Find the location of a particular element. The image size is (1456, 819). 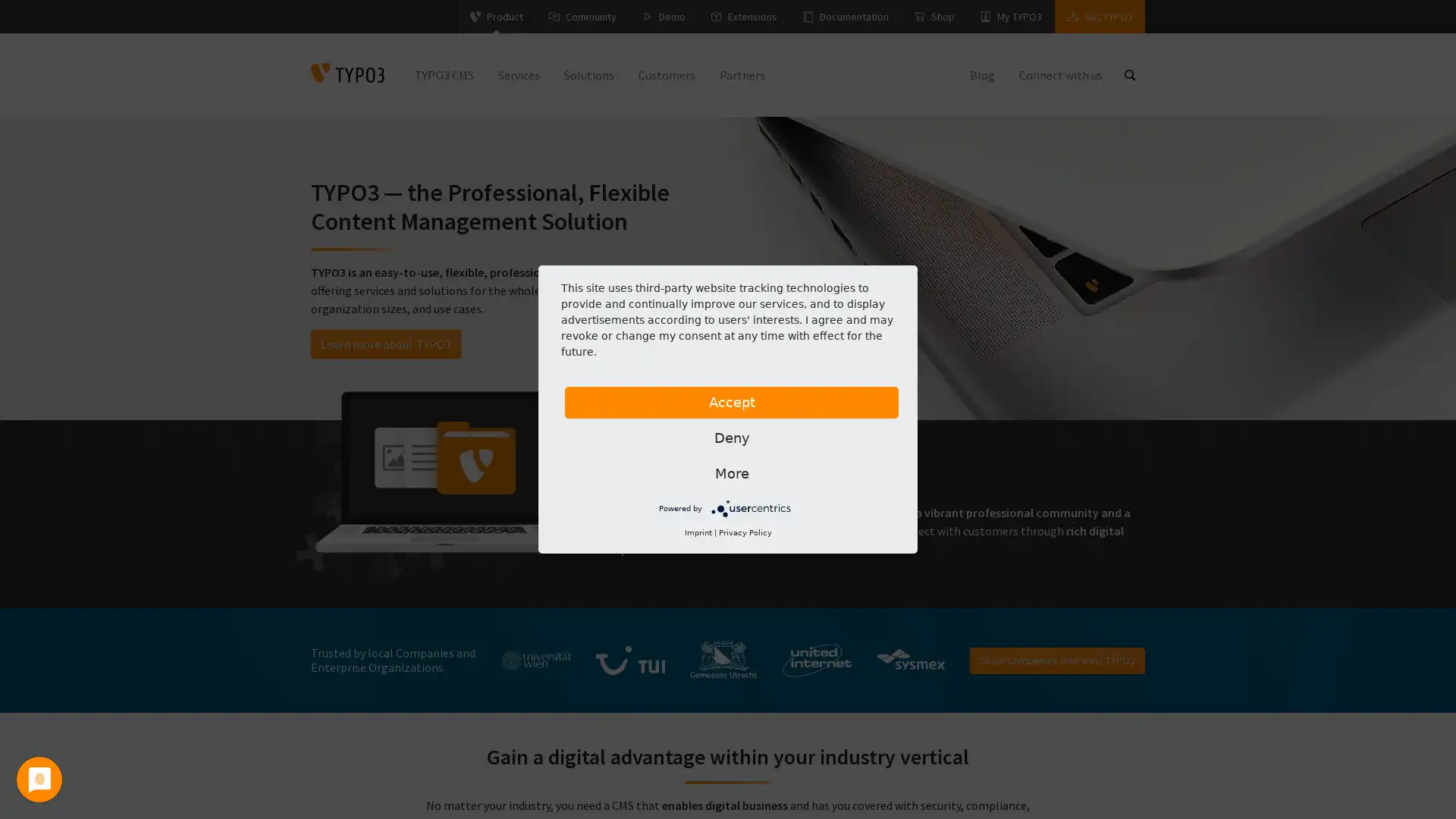

Accept is located at coordinates (731, 402).